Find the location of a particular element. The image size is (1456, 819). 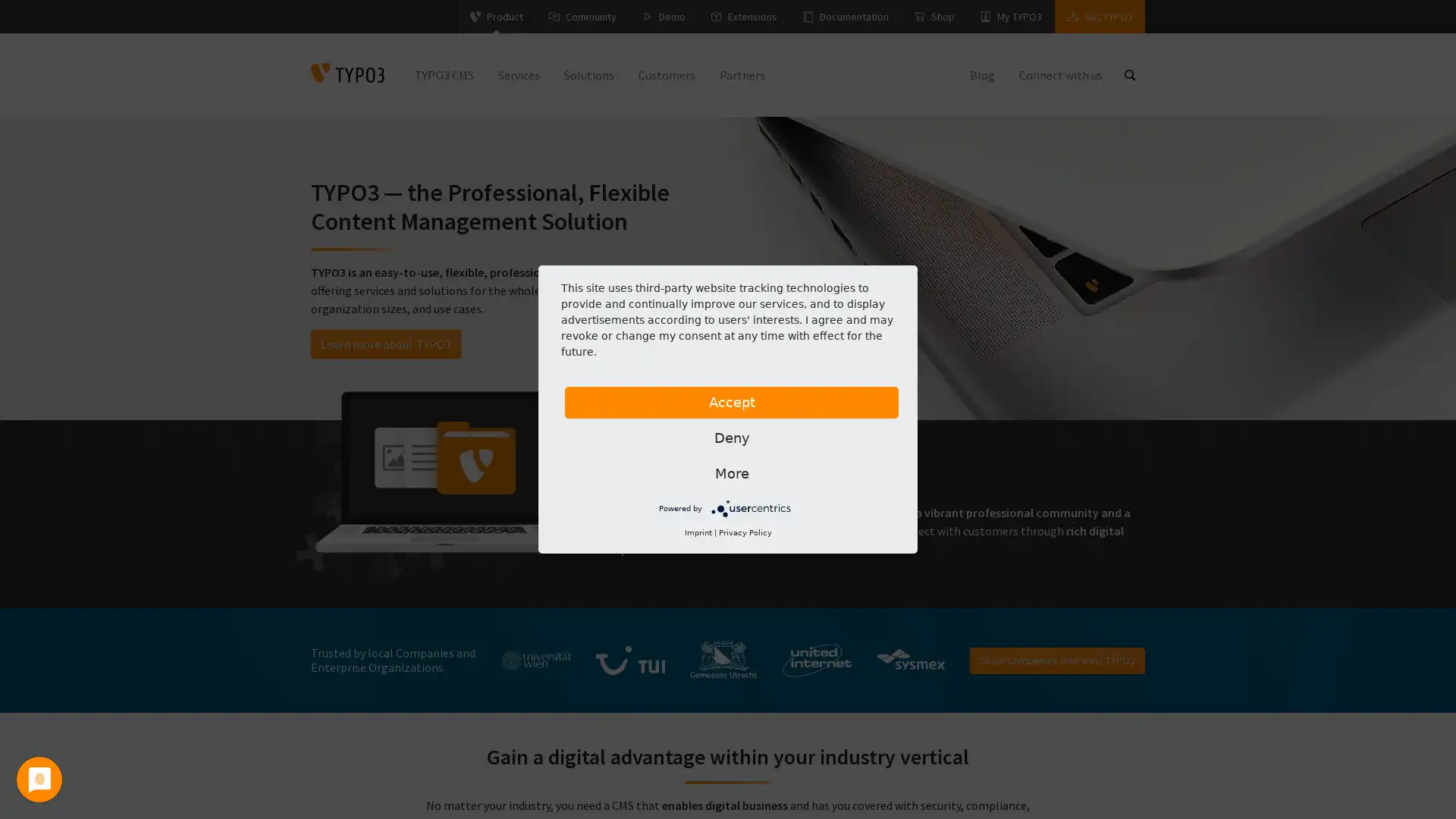

Accept is located at coordinates (731, 402).